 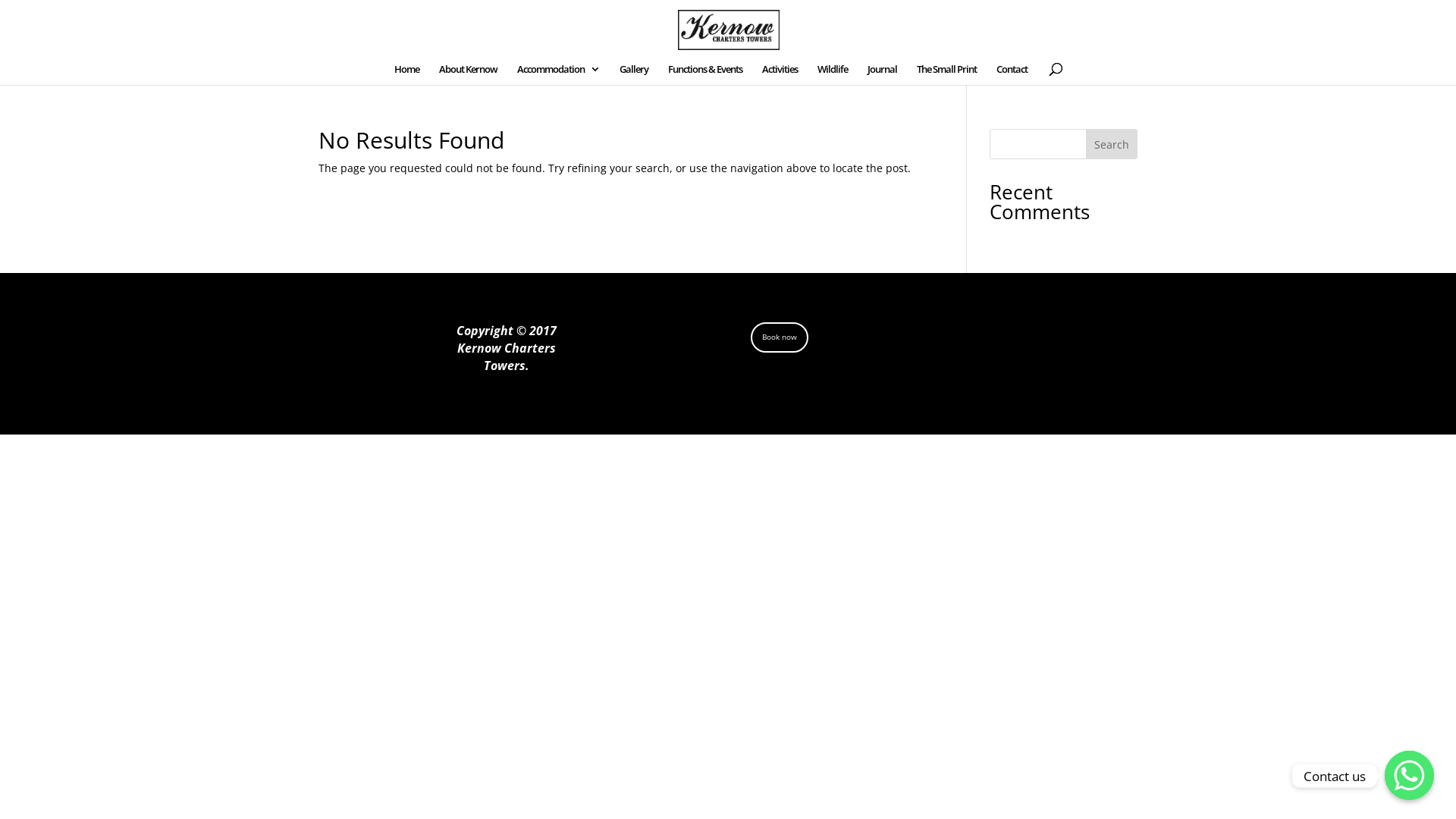 I want to click on 'Home', so click(x=406, y=74).